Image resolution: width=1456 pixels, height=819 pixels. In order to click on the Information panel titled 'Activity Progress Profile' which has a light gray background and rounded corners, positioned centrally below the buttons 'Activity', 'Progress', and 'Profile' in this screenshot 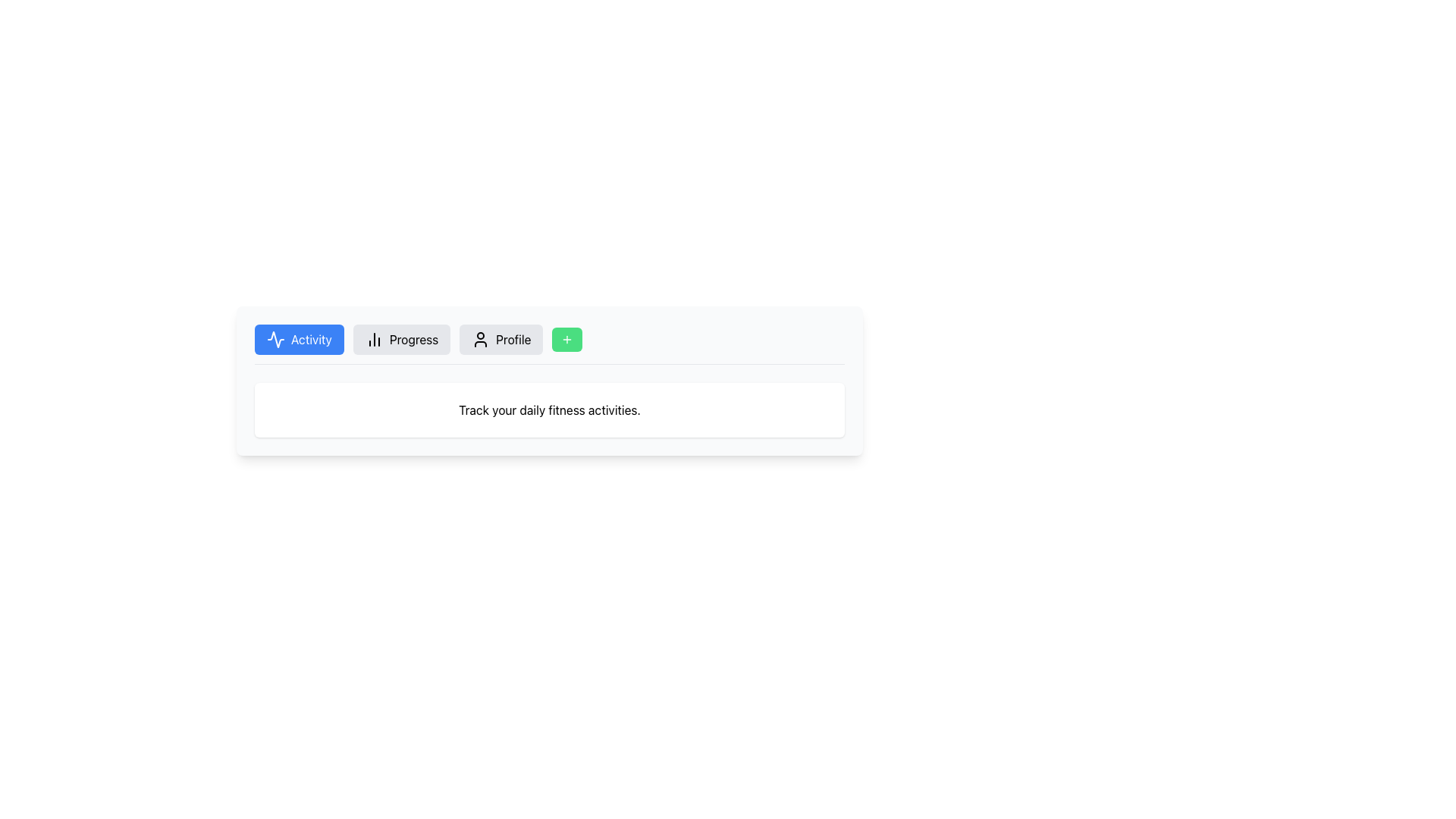, I will do `click(548, 380)`.